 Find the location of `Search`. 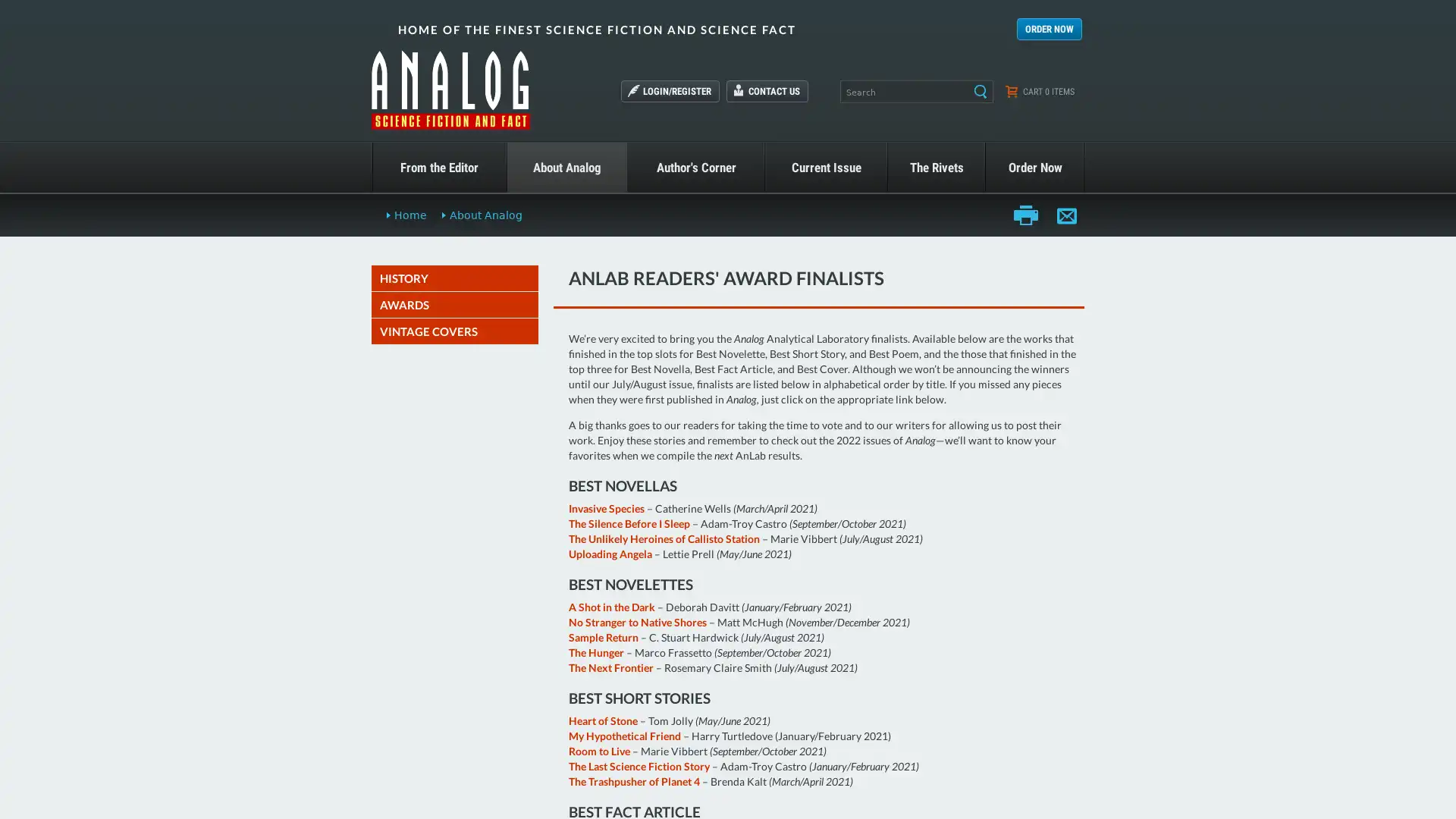

Search is located at coordinates (980, 91).